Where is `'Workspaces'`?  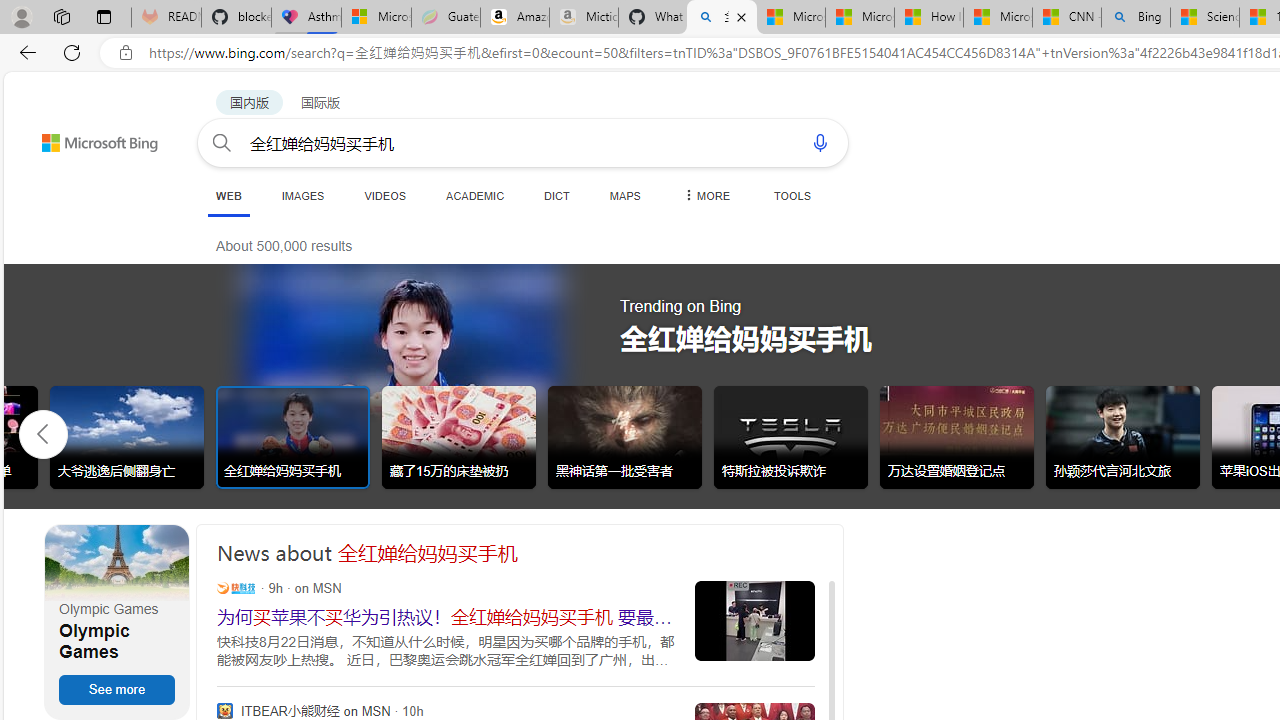
'Workspaces' is located at coordinates (61, 16).